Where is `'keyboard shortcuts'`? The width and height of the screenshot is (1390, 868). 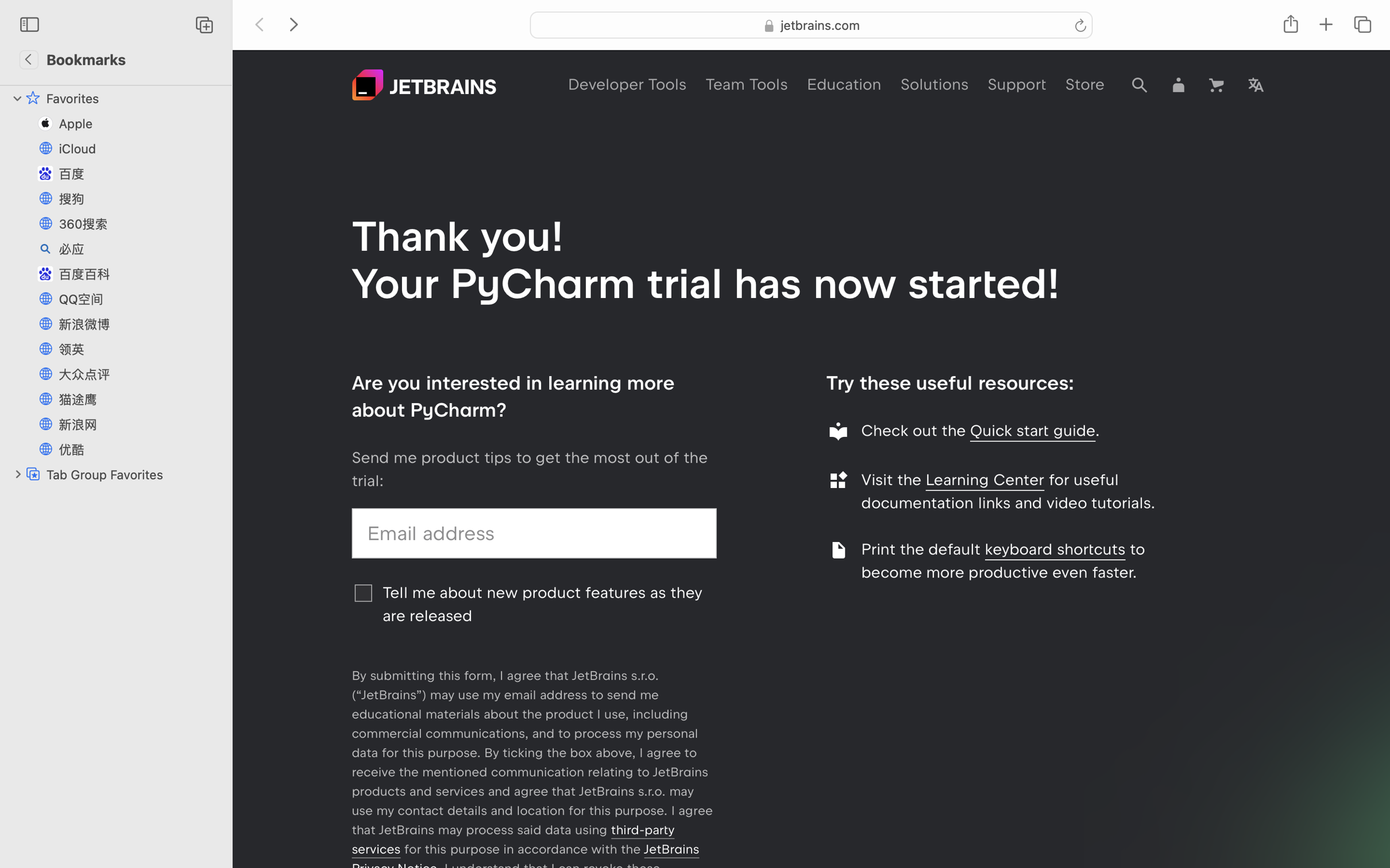
'keyboard shortcuts' is located at coordinates (1054, 549).